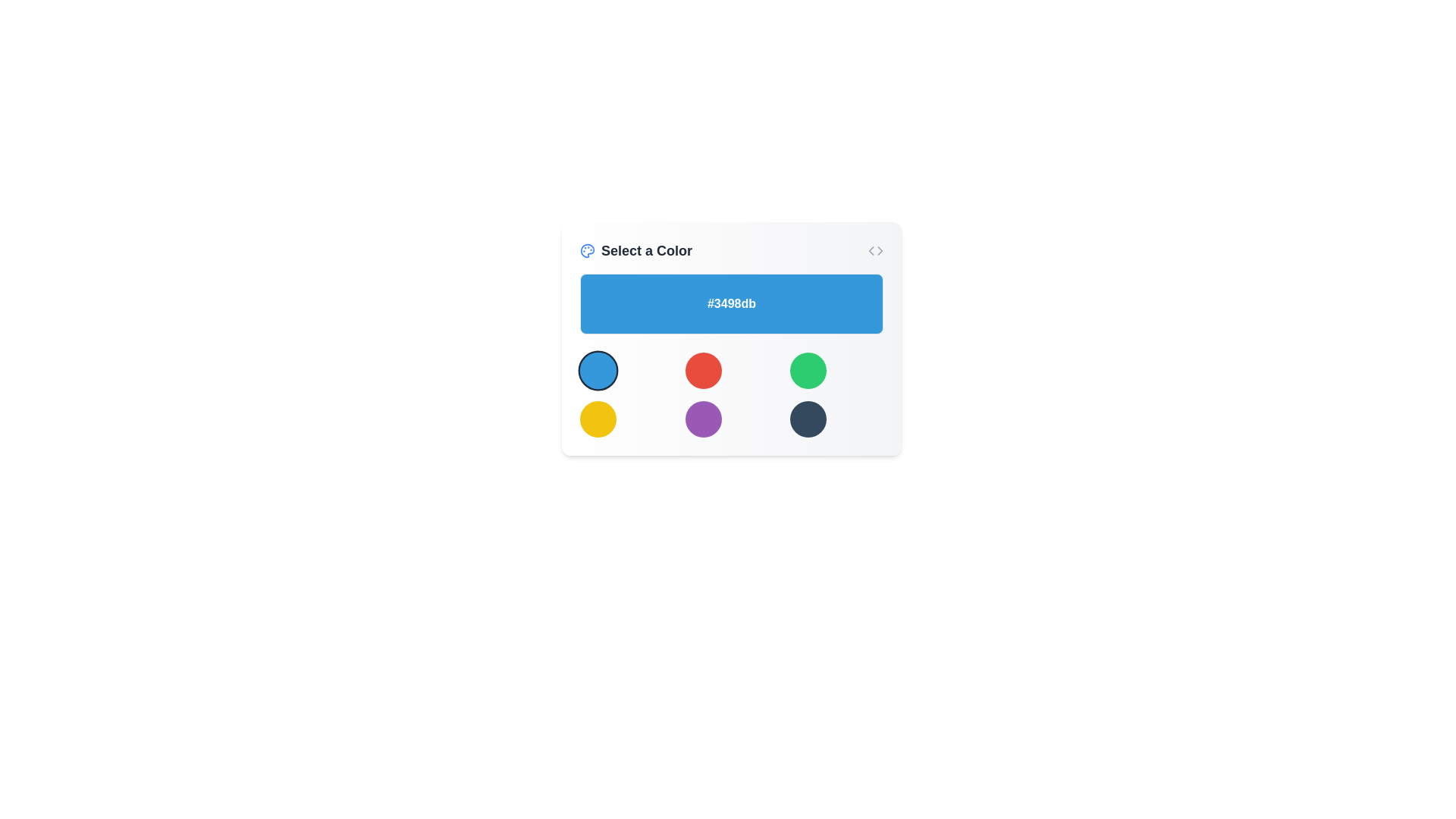 This screenshot has width=1456, height=819. Describe the element at coordinates (876, 250) in the screenshot. I see `the decorative icon located at the far right side of the 'Select a Color' header section, adjacent to other text and icons` at that location.